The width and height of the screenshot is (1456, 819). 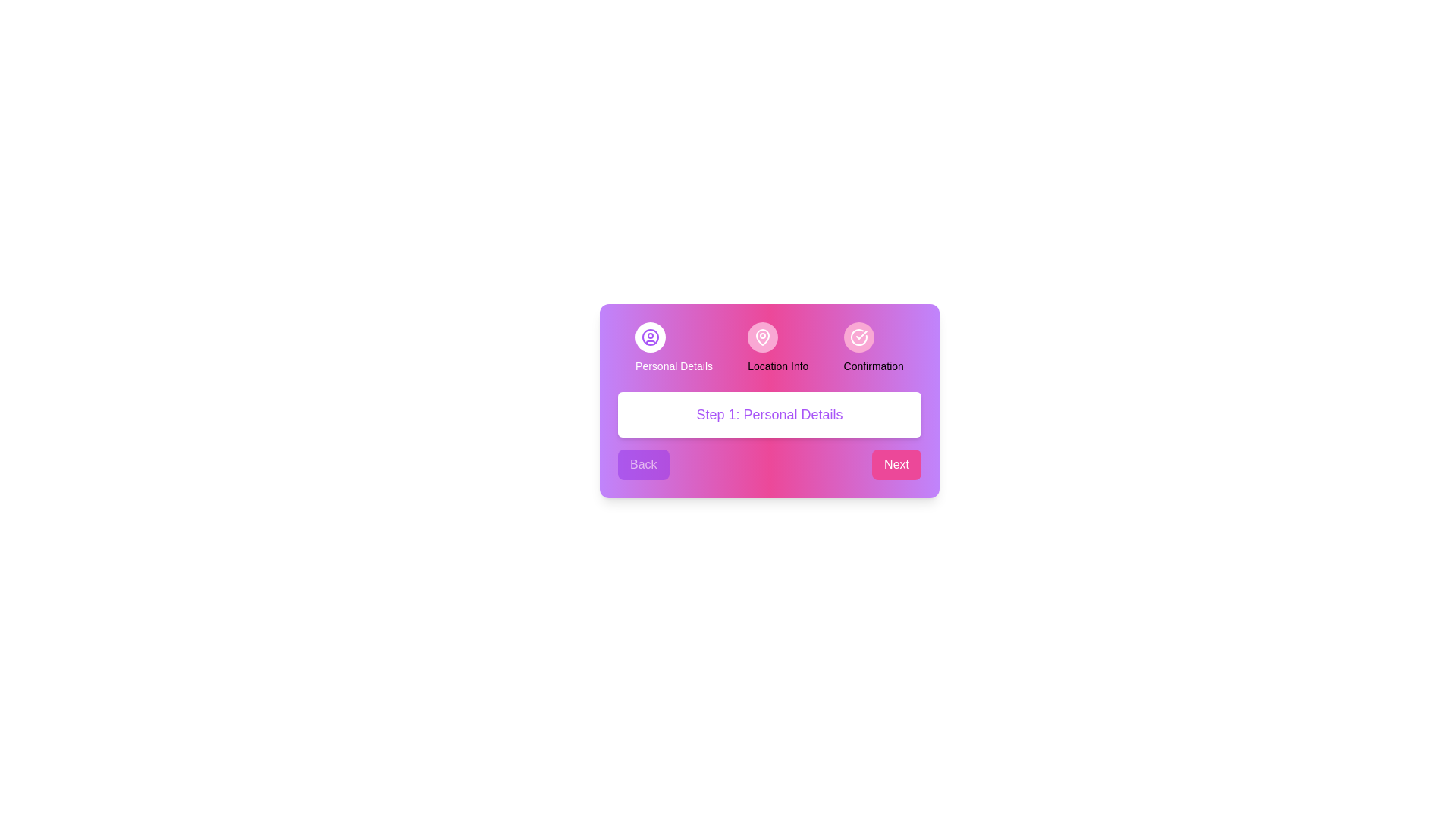 What do you see at coordinates (643, 464) in the screenshot?
I see `the 'Back' button to return to the previous step` at bounding box center [643, 464].